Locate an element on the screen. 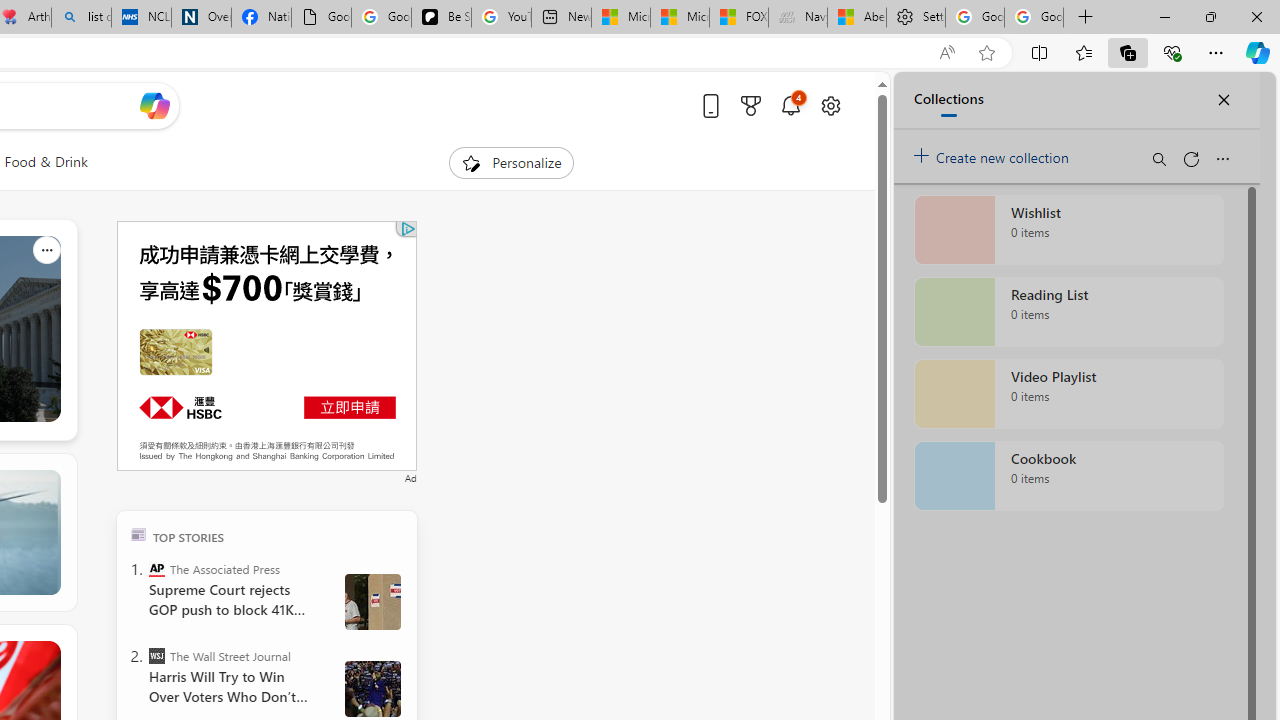  'Open Copilot' is located at coordinates (154, 105).